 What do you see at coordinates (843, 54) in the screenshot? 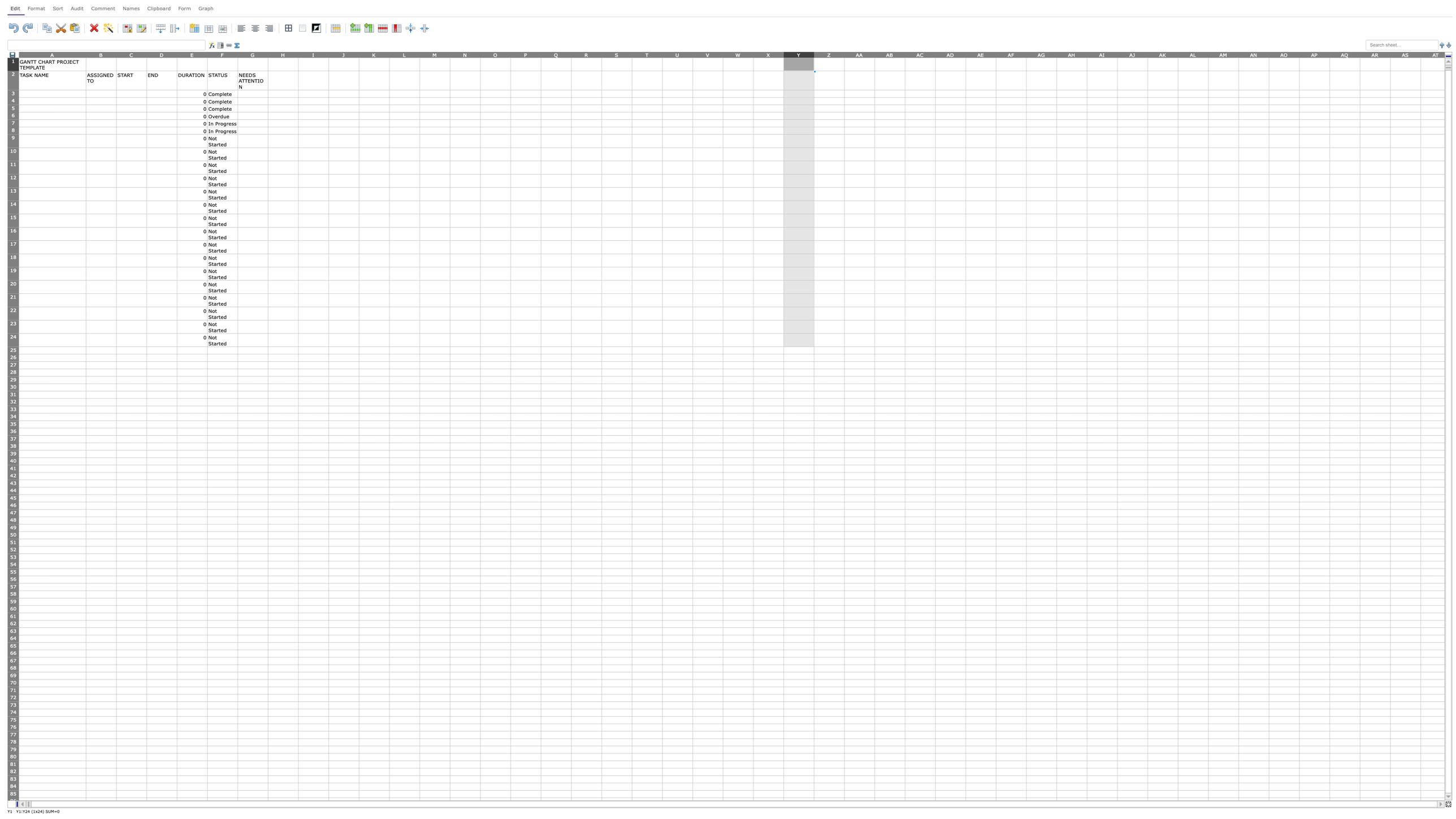
I see `Hover over column Z's resize handle` at bounding box center [843, 54].